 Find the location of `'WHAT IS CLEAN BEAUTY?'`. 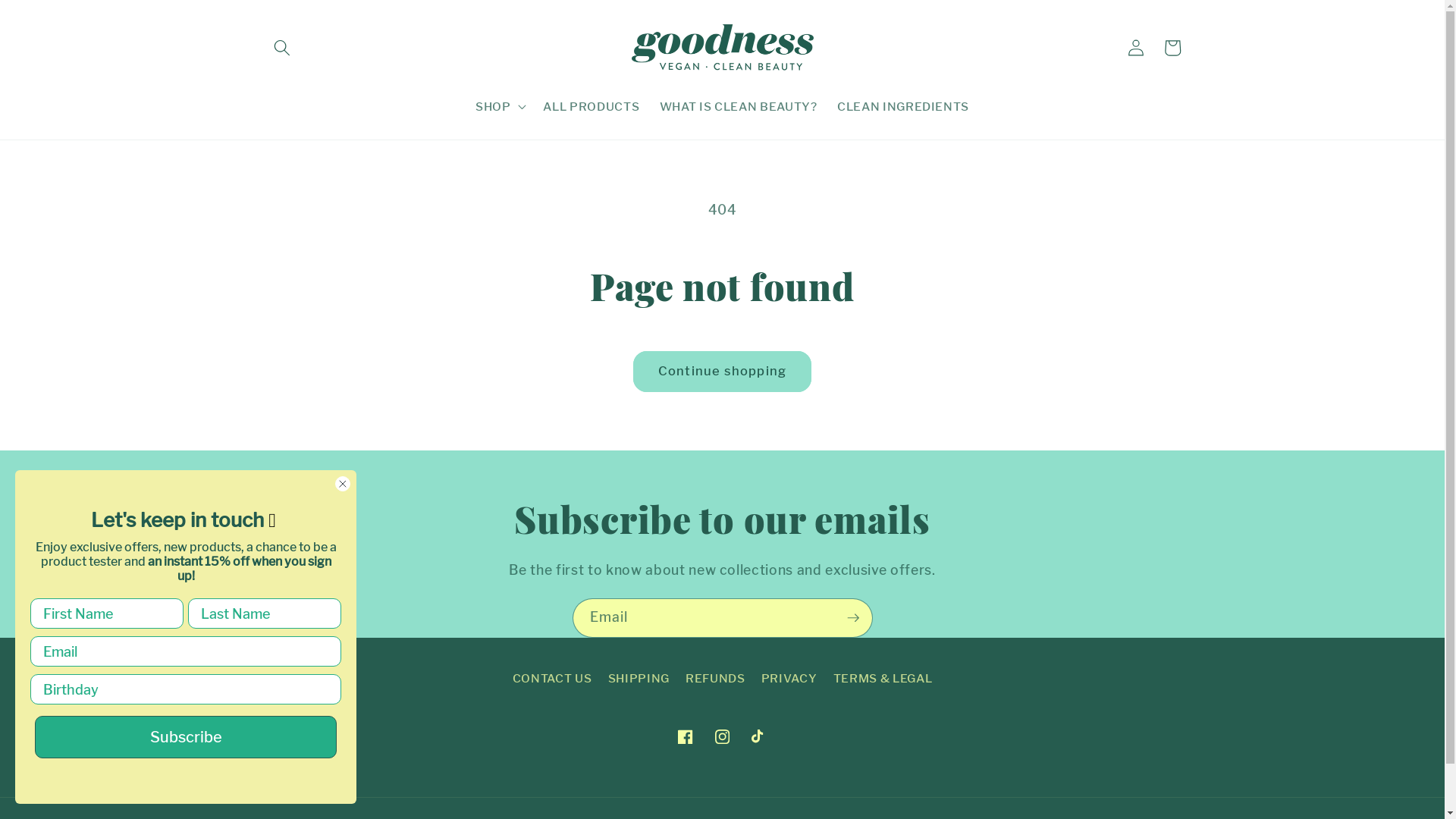

'WHAT IS CLEAN BEAUTY?' is located at coordinates (738, 106).